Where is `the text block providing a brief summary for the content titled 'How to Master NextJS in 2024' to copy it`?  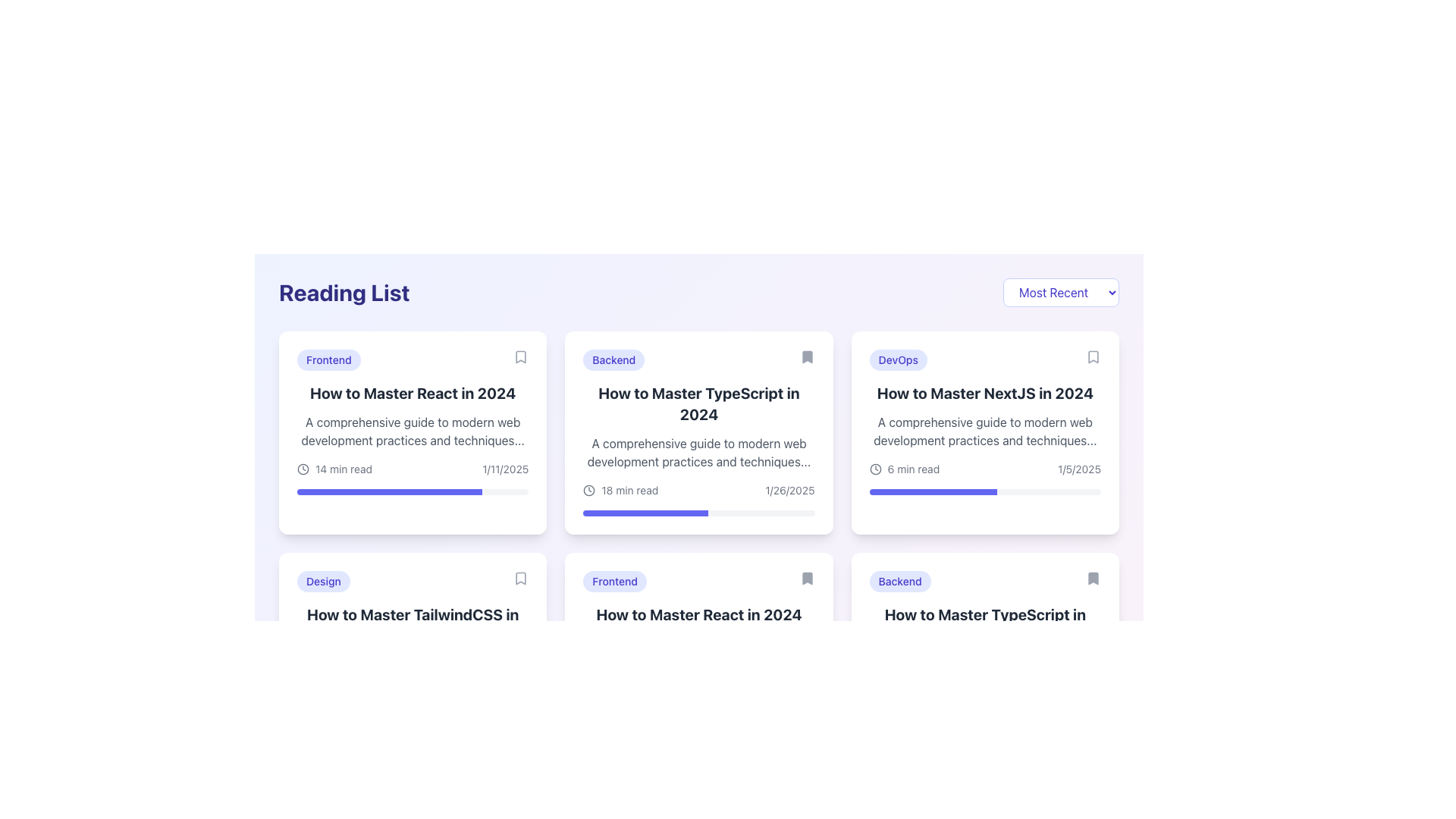 the text block providing a brief summary for the content titled 'How to Master NextJS in 2024' to copy it is located at coordinates (985, 431).